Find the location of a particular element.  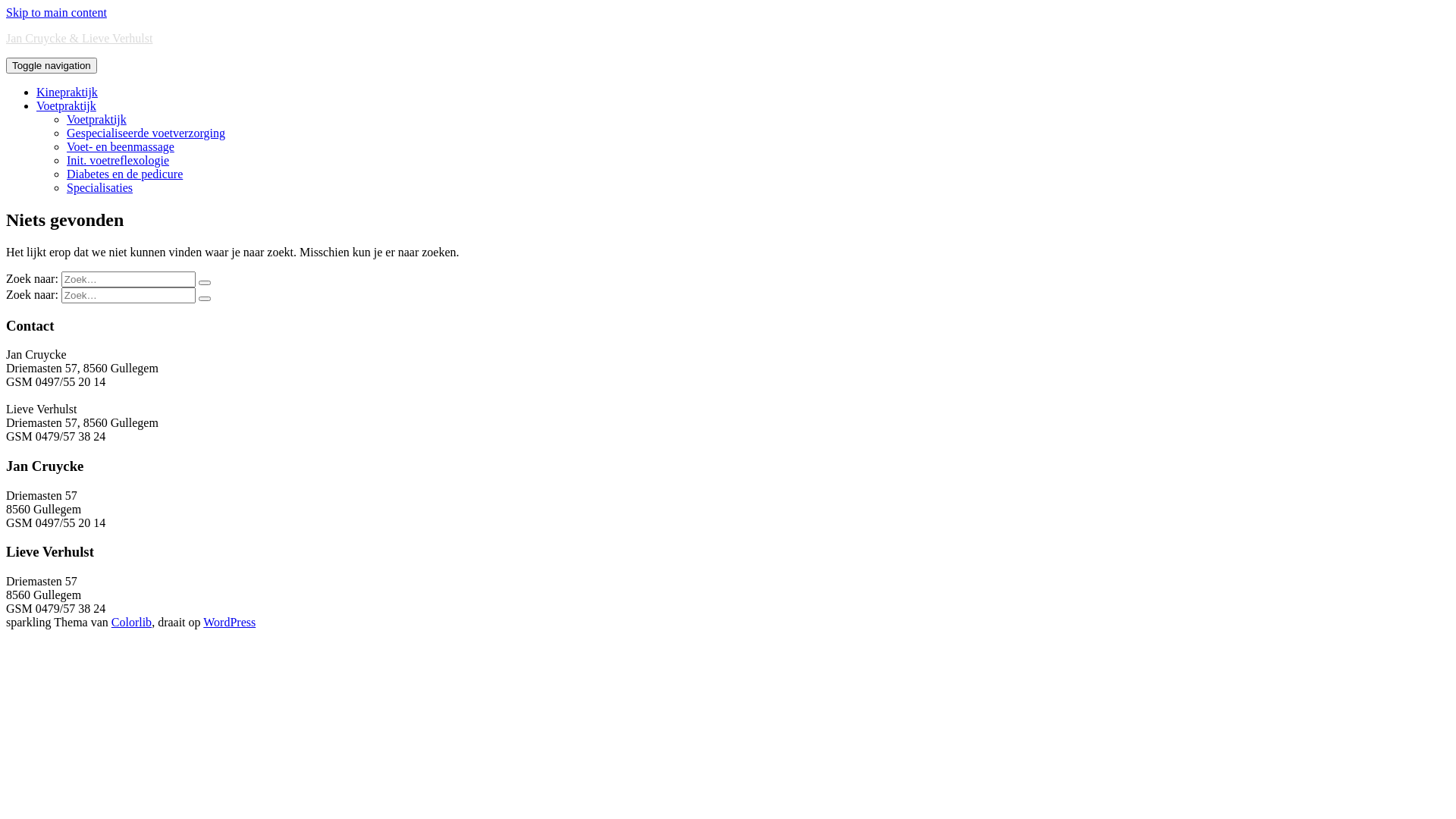

'Voetpraktijk' is located at coordinates (65, 105).